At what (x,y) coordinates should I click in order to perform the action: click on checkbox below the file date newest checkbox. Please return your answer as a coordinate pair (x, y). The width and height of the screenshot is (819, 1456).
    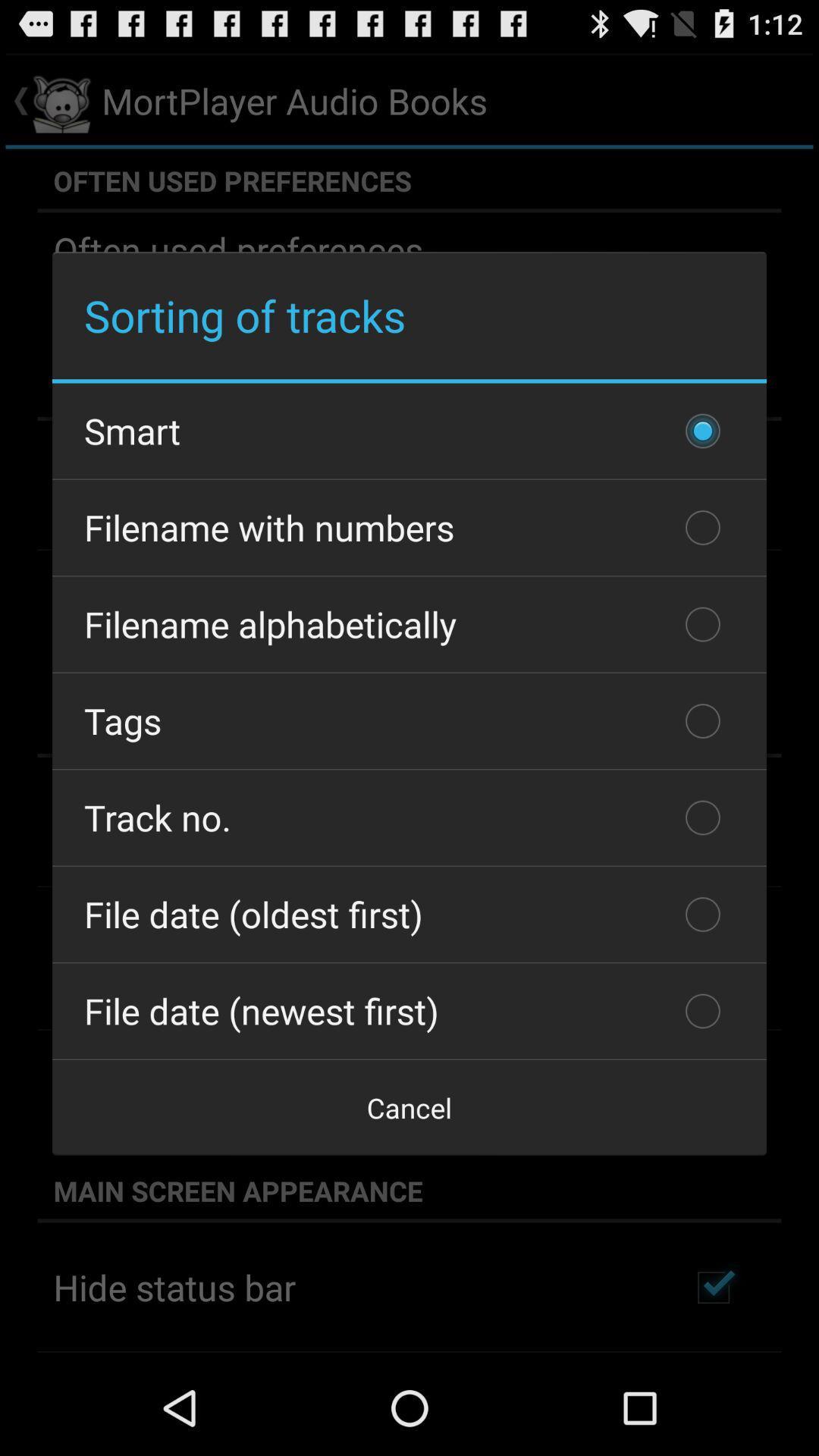
    Looking at the image, I should click on (409, 1107).